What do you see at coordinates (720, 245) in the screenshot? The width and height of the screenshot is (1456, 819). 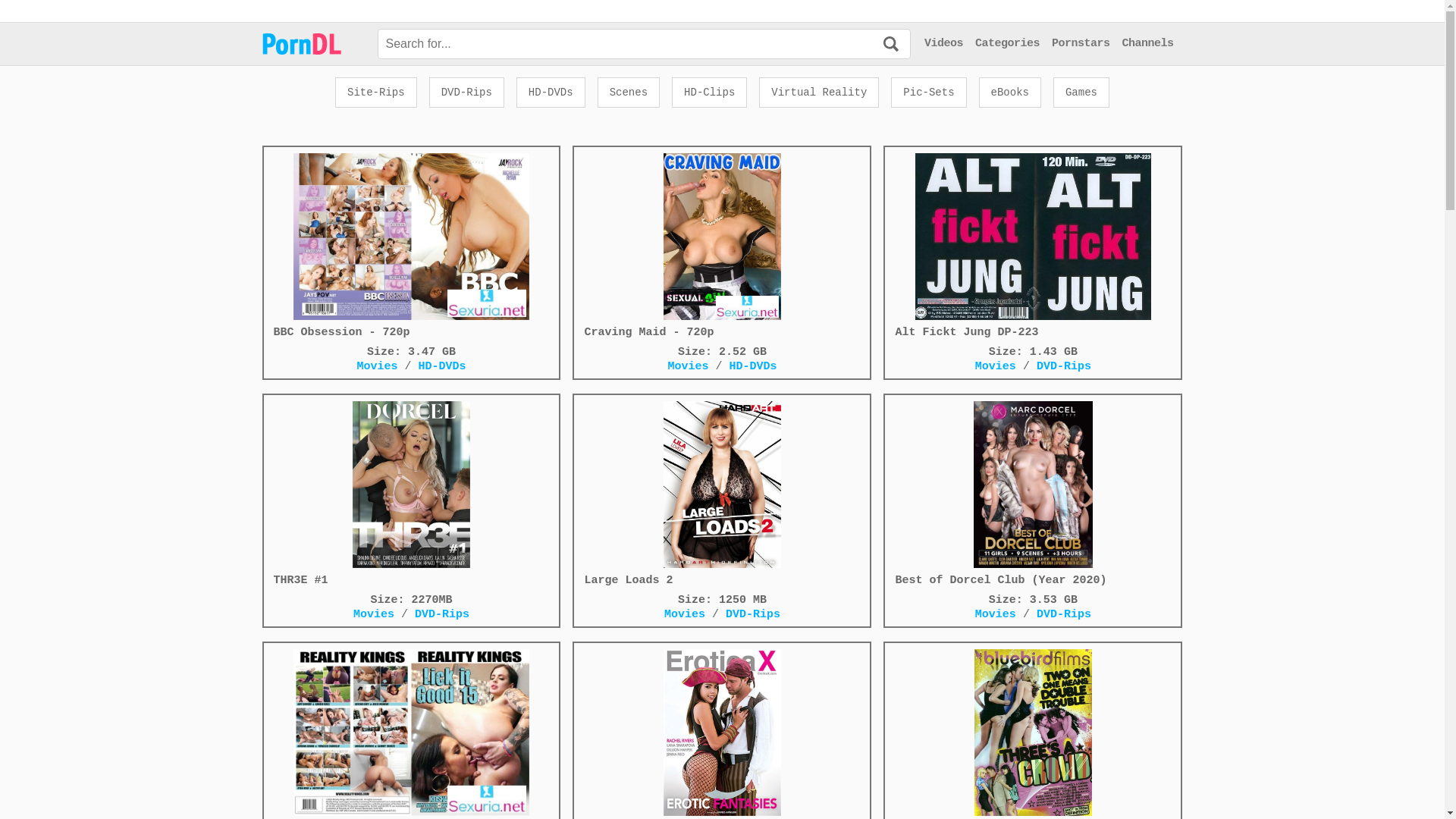 I see `'Craving Maid - 720p'` at bounding box center [720, 245].